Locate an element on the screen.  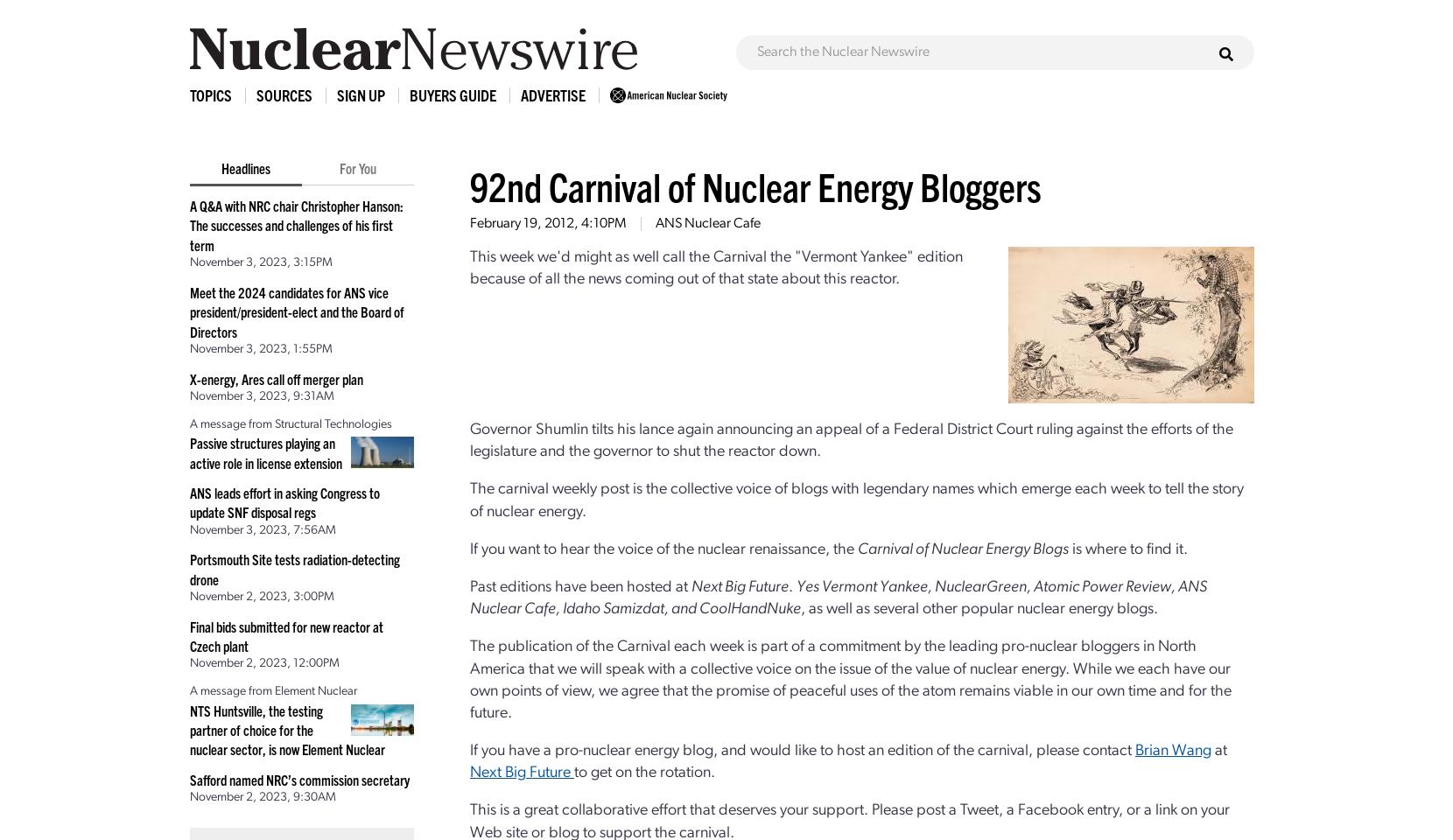
'A Q&A with NRC chair Christopher Hanson: The successes and challenges of his first term' is located at coordinates (296, 223).